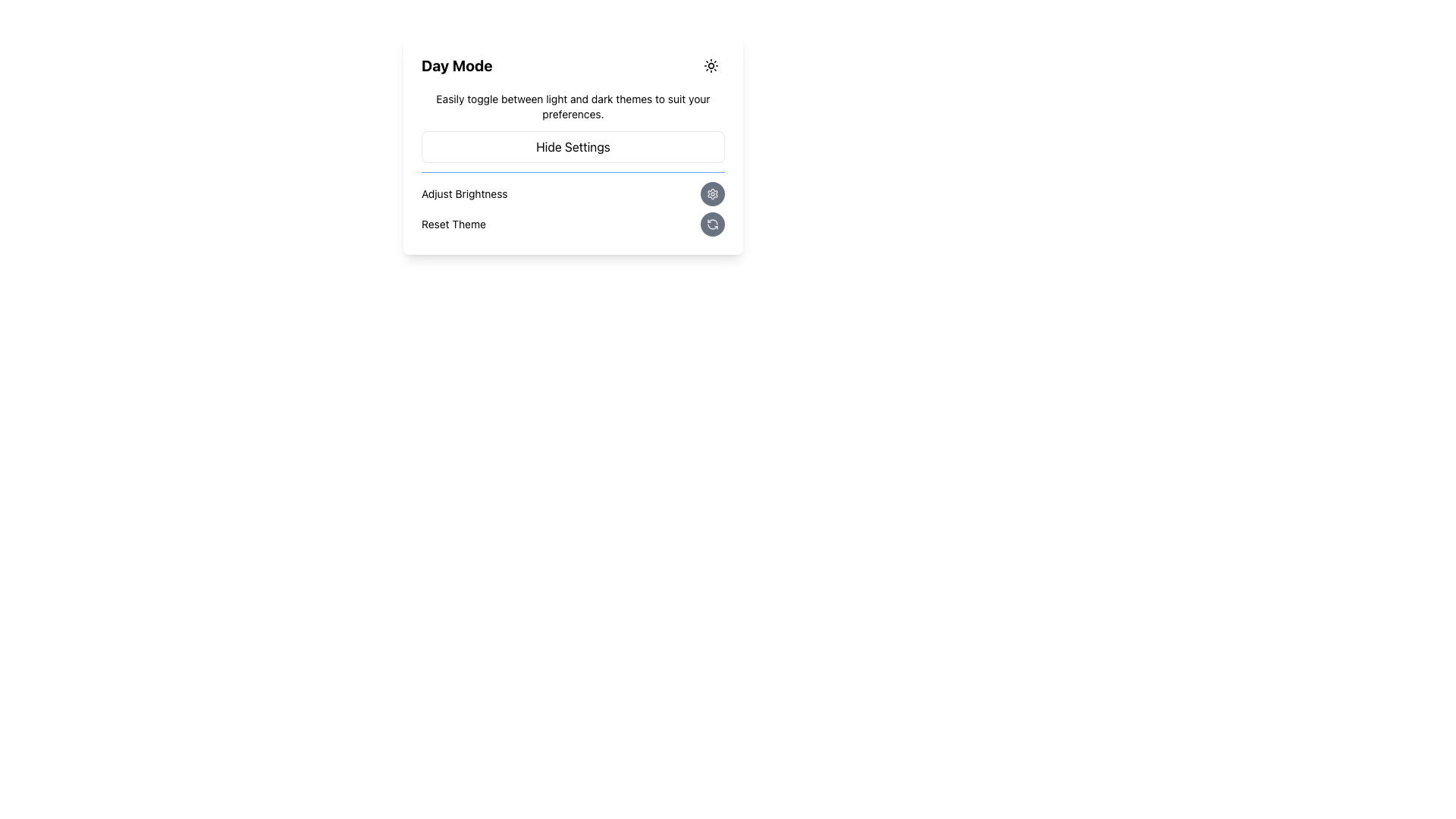  I want to click on the text label that serves as a header indicating the current mode or theme setting, located in the upper-left portion of a rectangular card, so click(456, 65).